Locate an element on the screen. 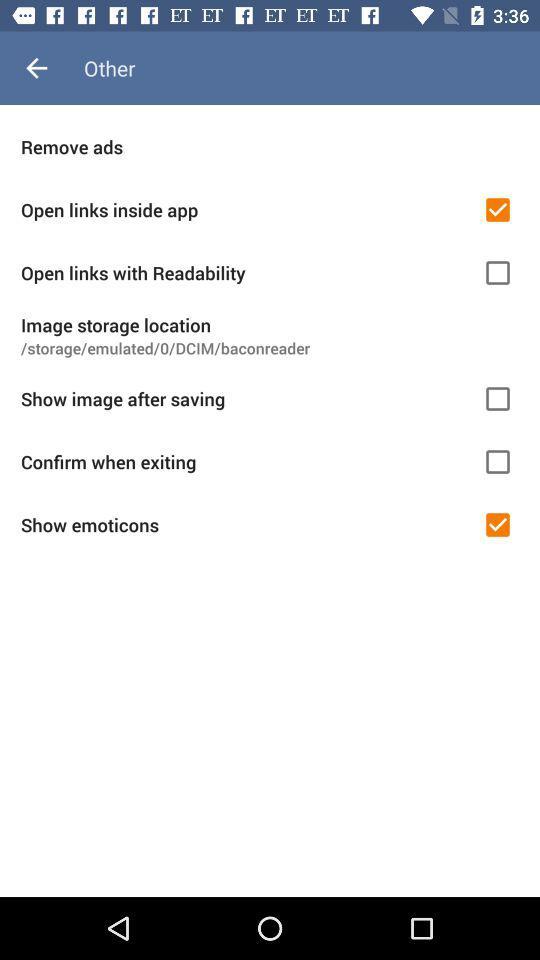  the icon beside the show image after saving is located at coordinates (496, 397).